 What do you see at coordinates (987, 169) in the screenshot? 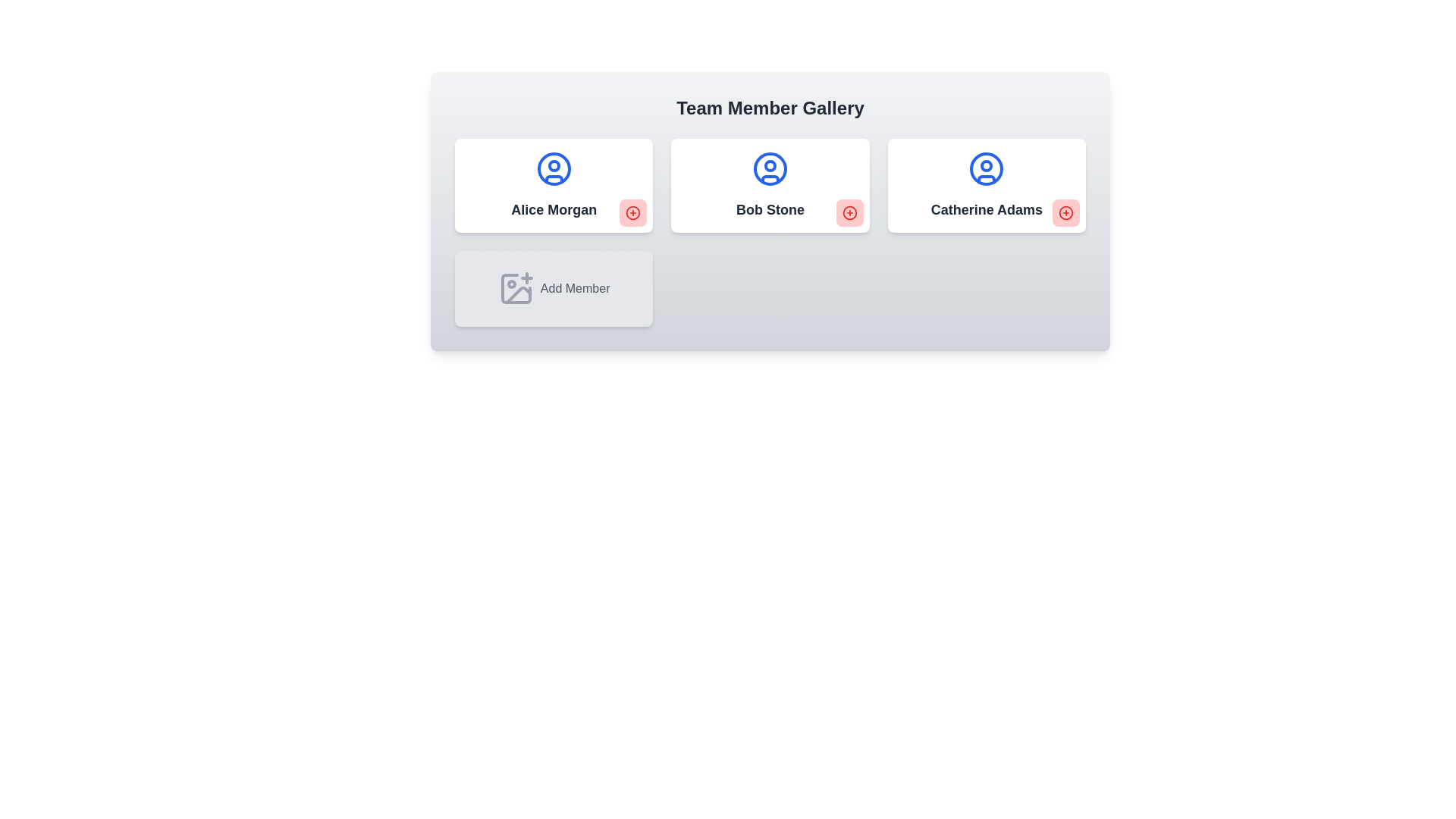
I see `the circular user profile icon with a thick blue outline, located in the third card above the text 'Catherine Adams'` at bounding box center [987, 169].